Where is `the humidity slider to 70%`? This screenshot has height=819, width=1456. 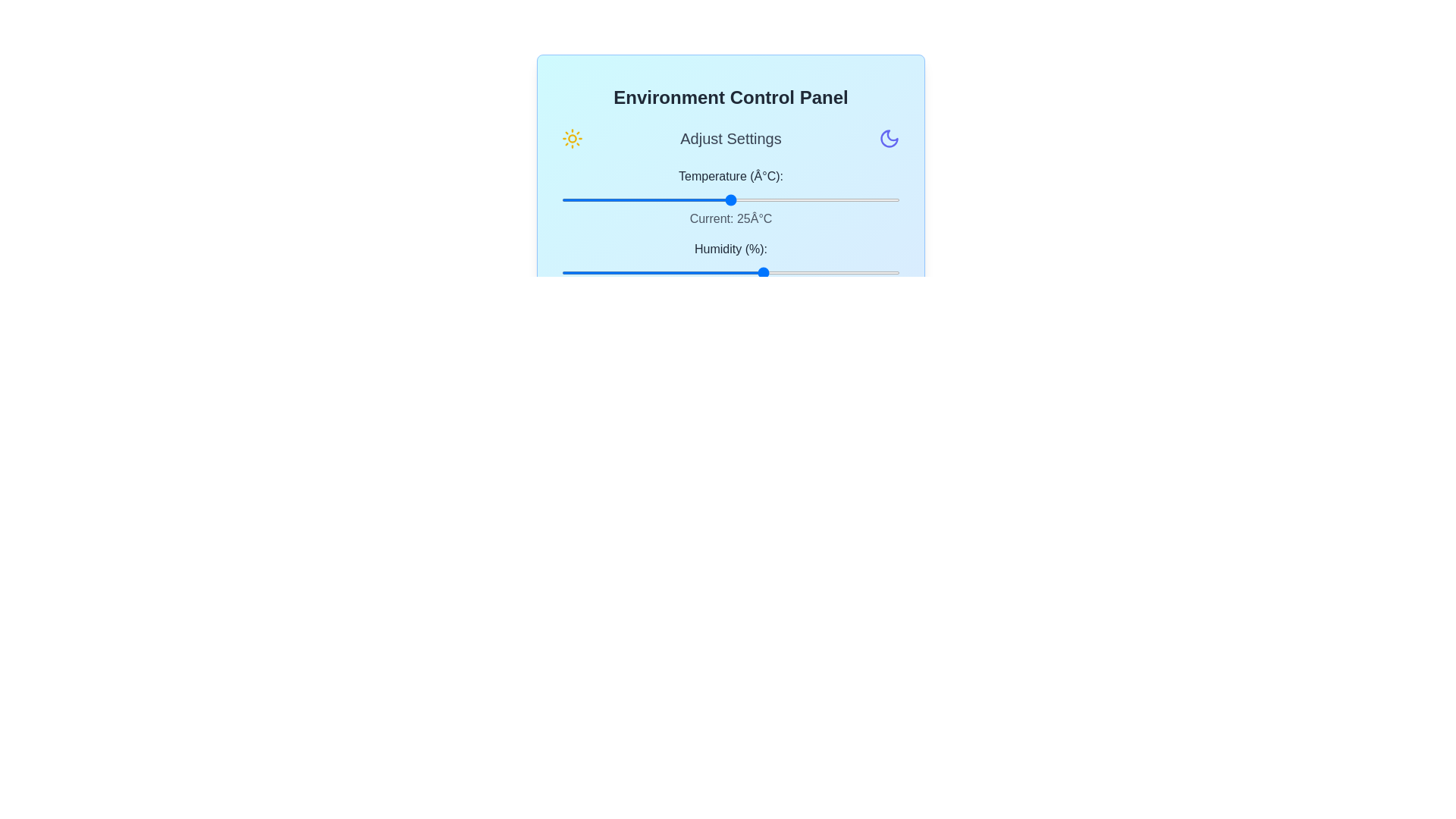 the humidity slider to 70% is located at coordinates (798, 271).